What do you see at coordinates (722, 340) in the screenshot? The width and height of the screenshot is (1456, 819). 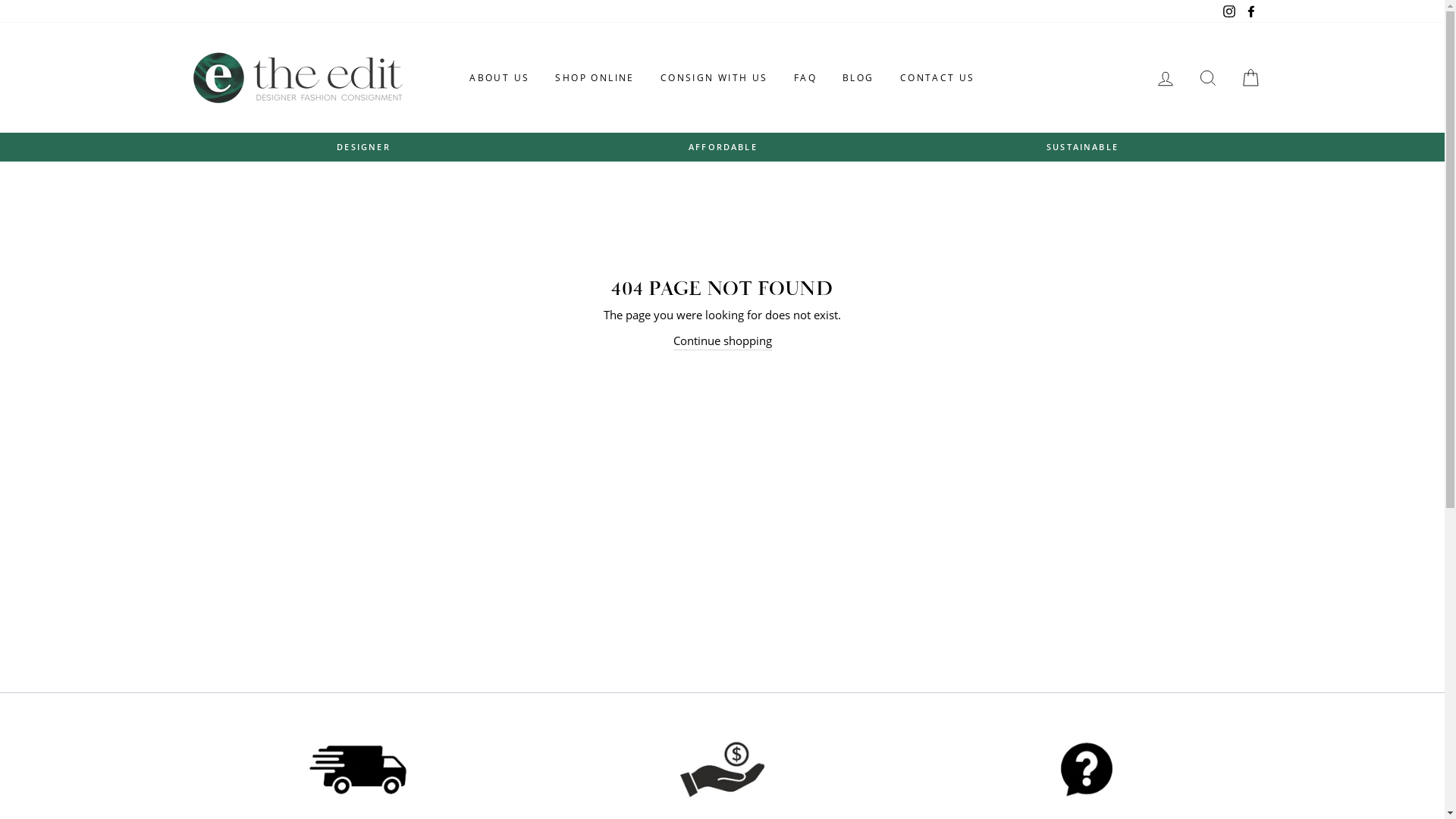 I see `'Continue shopping'` at bounding box center [722, 340].